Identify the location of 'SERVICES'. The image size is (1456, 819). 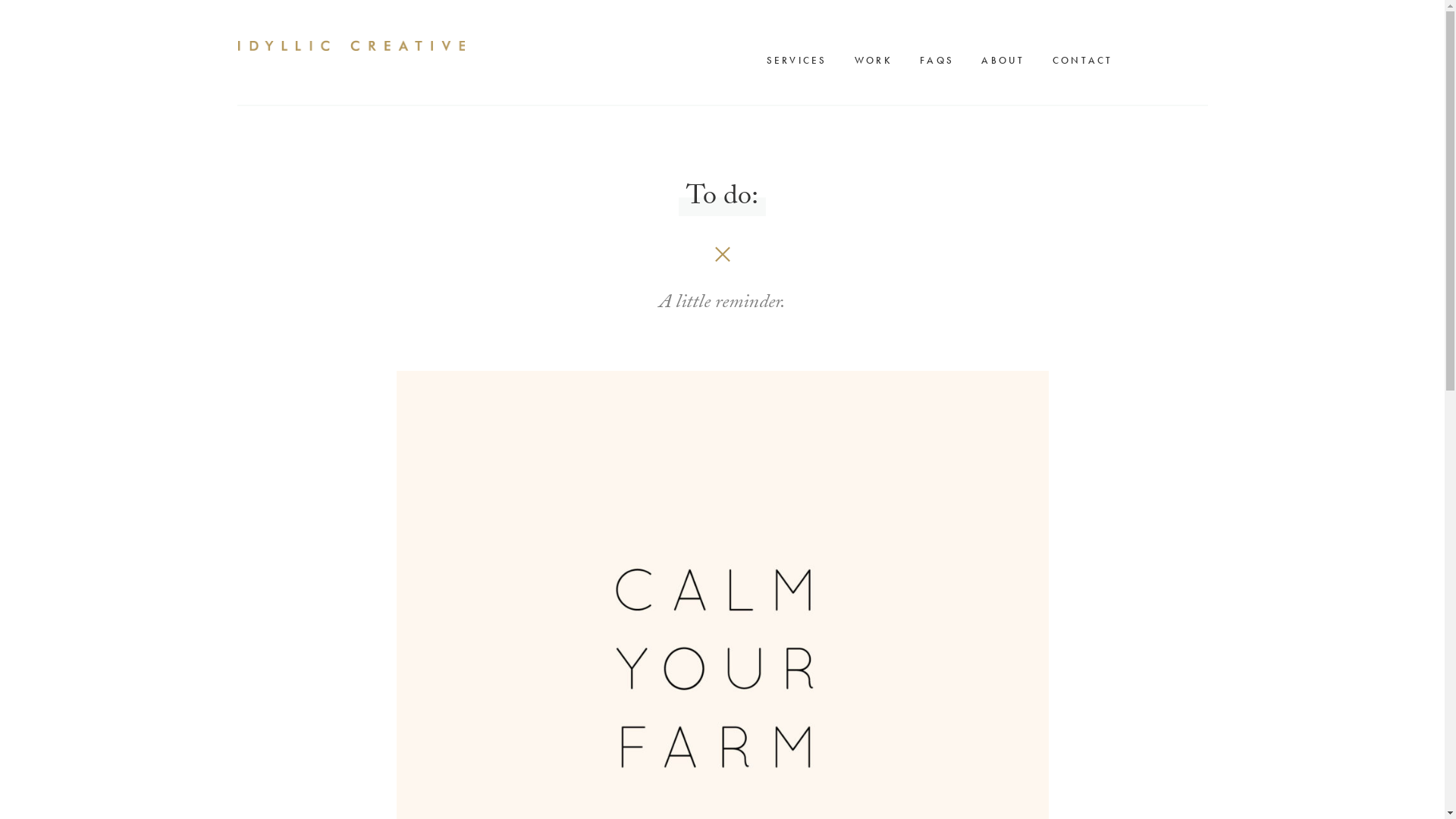
(799, 59).